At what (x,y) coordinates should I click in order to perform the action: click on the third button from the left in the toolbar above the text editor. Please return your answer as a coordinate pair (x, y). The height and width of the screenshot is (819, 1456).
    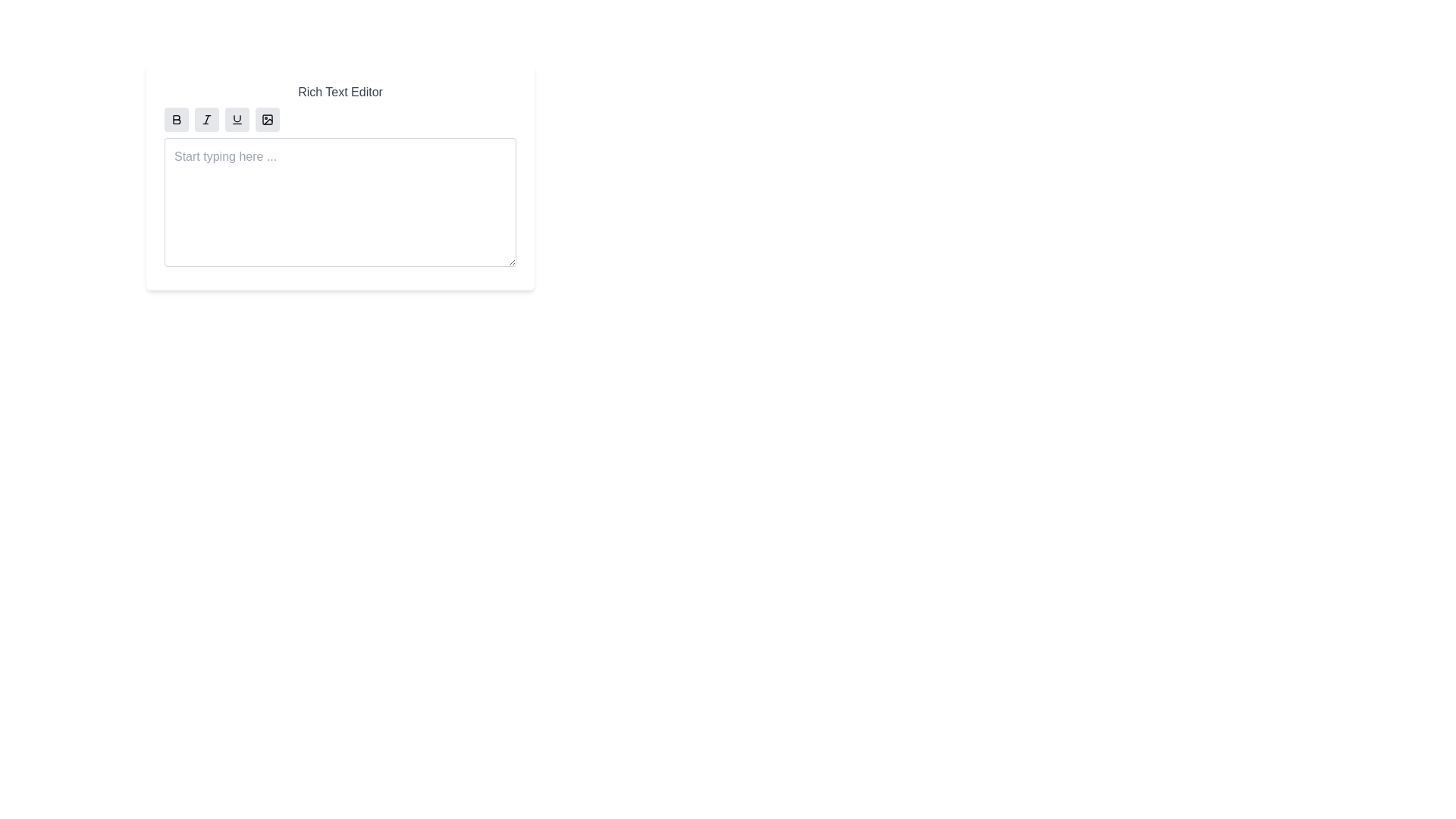
    Looking at the image, I should click on (236, 119).